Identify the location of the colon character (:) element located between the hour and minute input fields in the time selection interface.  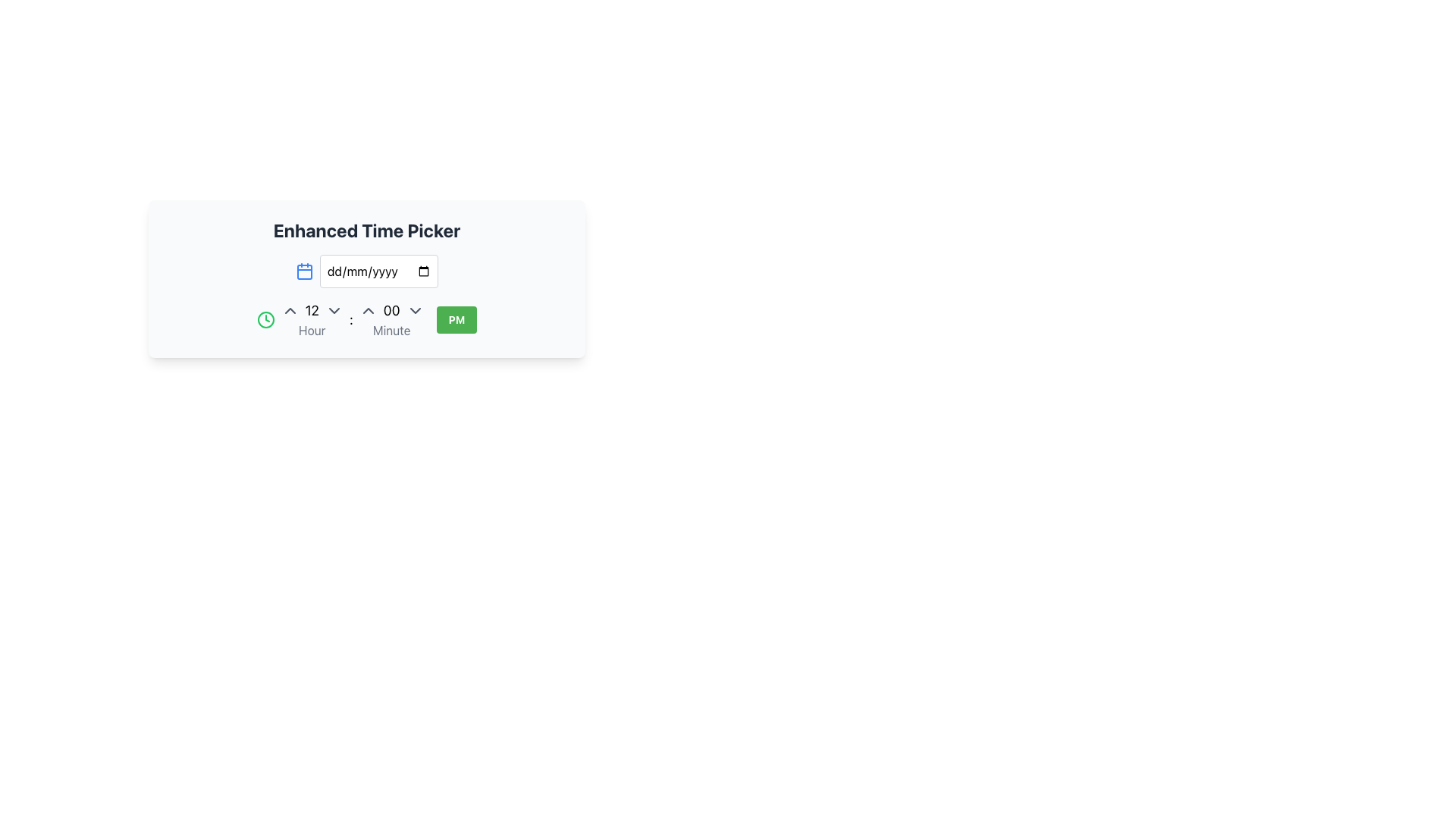
(350, 318).